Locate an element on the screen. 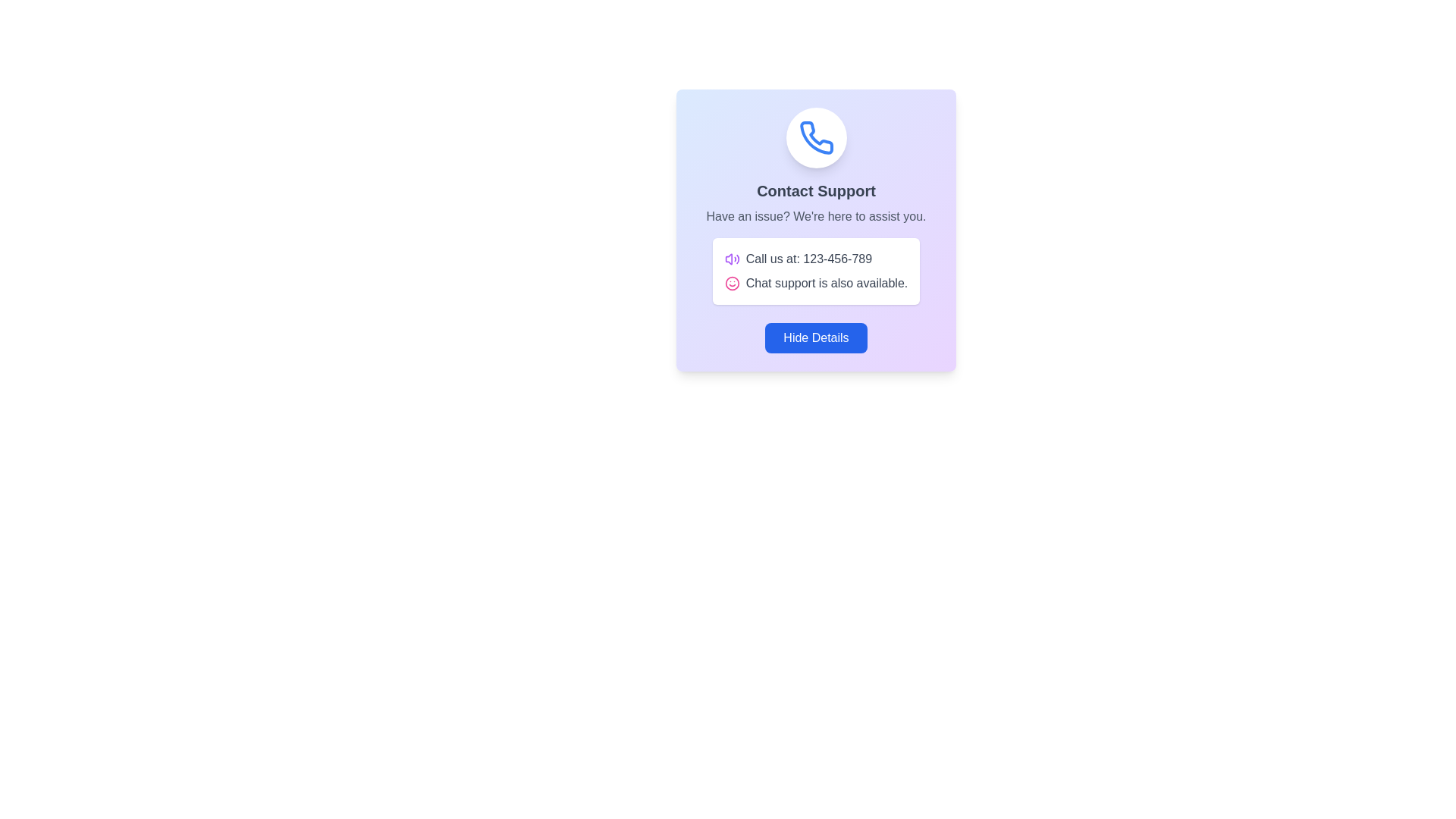 Image resolution: width=1456 pixels, height=819 pixels. the audio or notification icon located to the left of the text 'Call us at: 123-456-789' in the 'Contact Support' pop-up layout is located at coordinates (732, 259).